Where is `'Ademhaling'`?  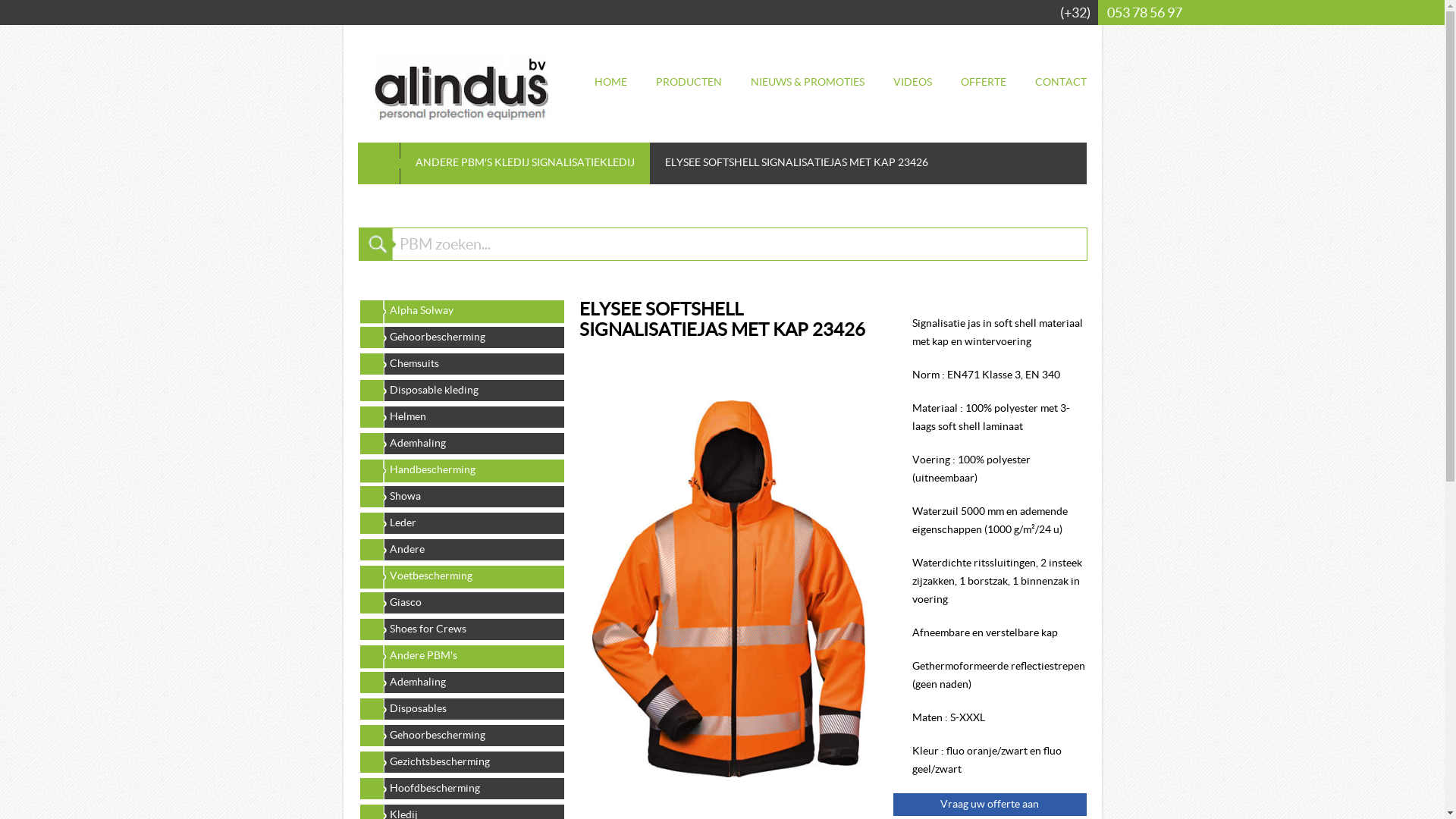
'Ademhaling' is located at coordinates (460, 442).